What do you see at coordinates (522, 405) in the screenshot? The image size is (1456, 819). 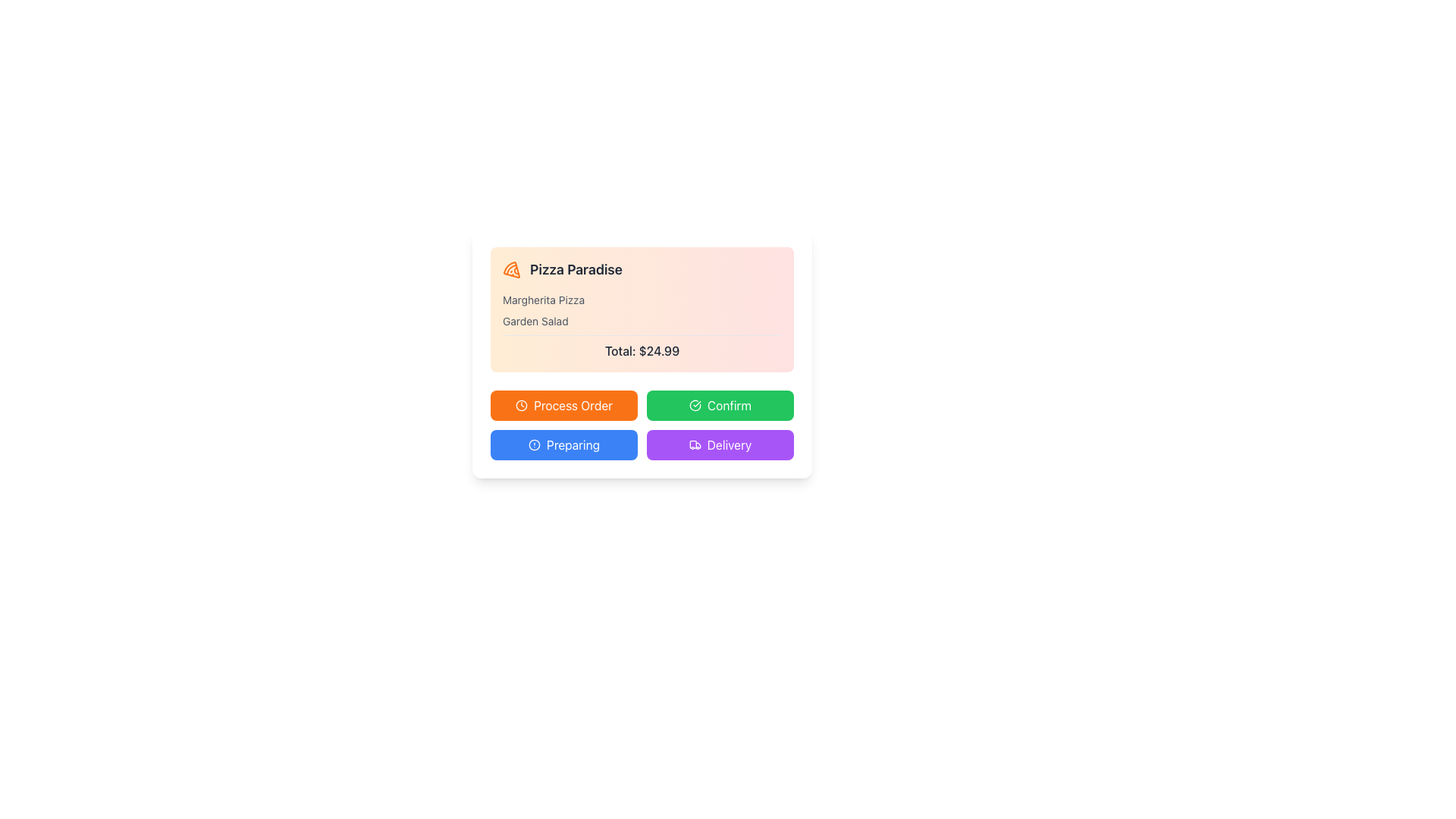 I see `the circular shape that forms part of the clock icon positioned to the left of the 'Pizza Paradise' text in the card interface` at bounding box center [522, 405].